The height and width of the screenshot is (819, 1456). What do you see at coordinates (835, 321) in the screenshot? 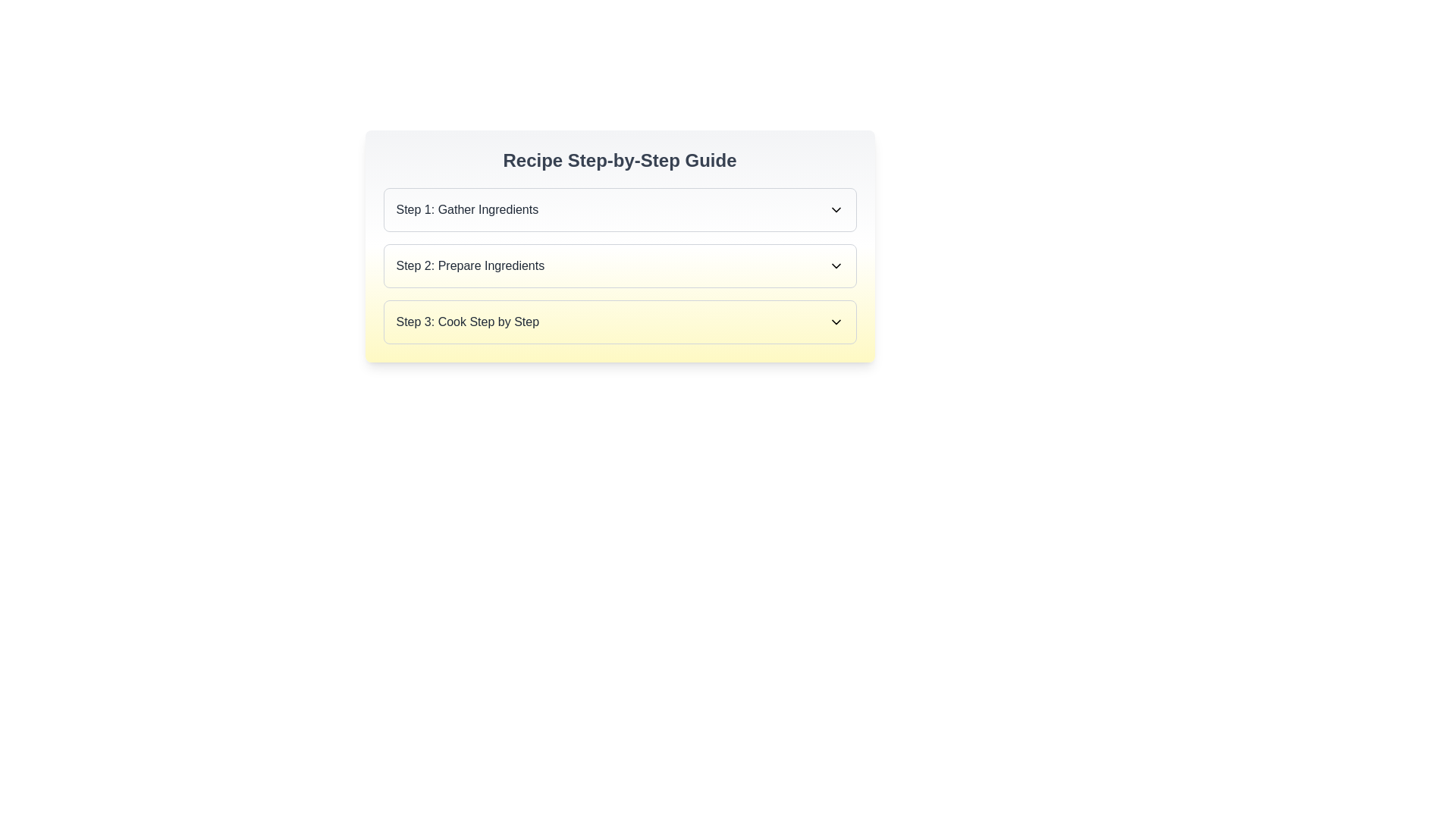
I see `the Chevron icon located in the right-aligned portion of the 'Step 3: Cook Step by Step' section` at bounding box center [835, 321].